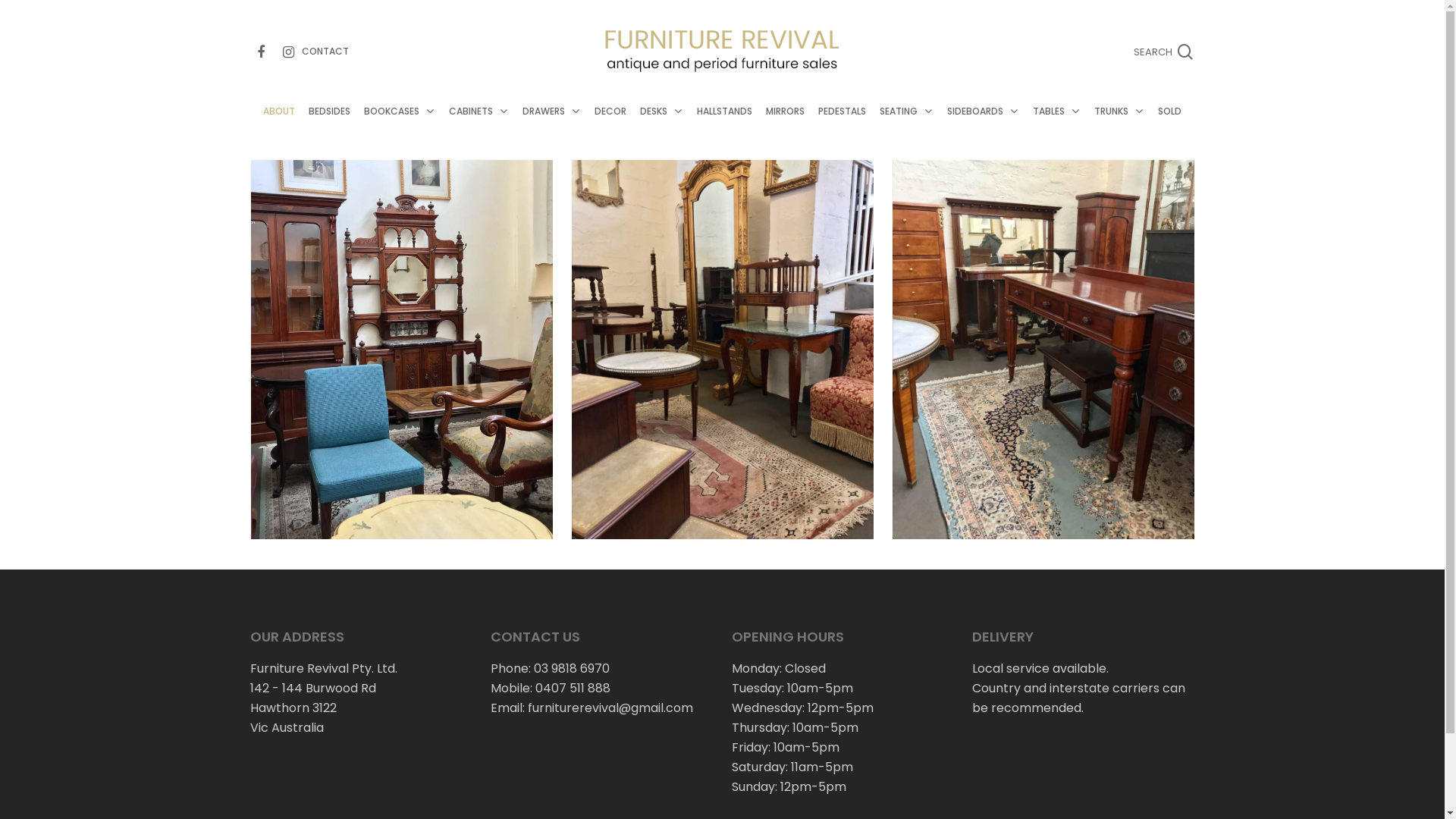 Image resolution: width=1456 pixels, height=819 pixels. What do you see at coordinates (572, 688) in the screenshot?
I see `'0407 511 888'` at bounding box center [572, 688].